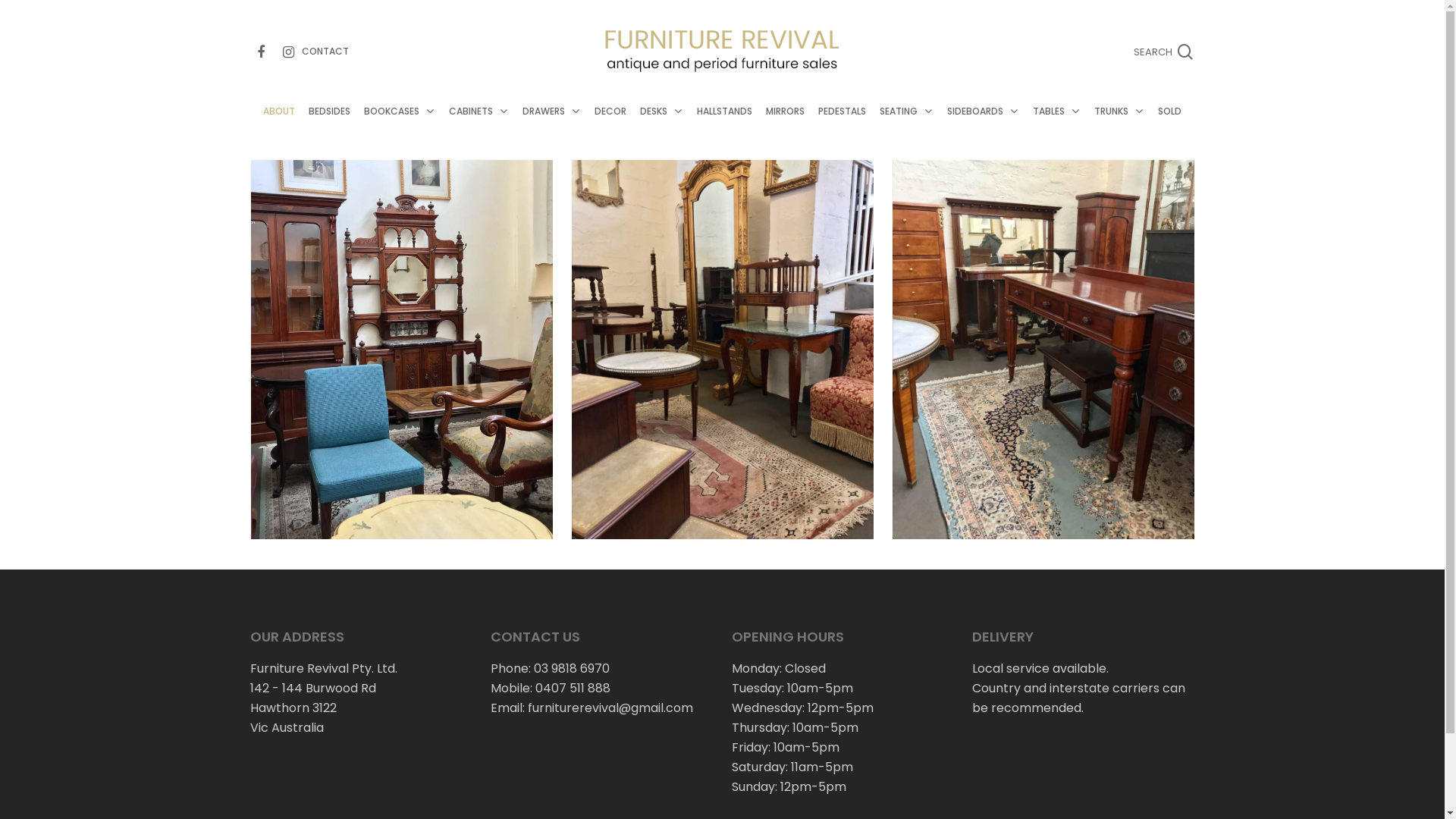 Image resolution: width=1456 pixels, height=819 pixels. What do you see at coordinates (572, 688) in the screenshot?
I see `'0407 511 888'` at bounding box center [572, 688].